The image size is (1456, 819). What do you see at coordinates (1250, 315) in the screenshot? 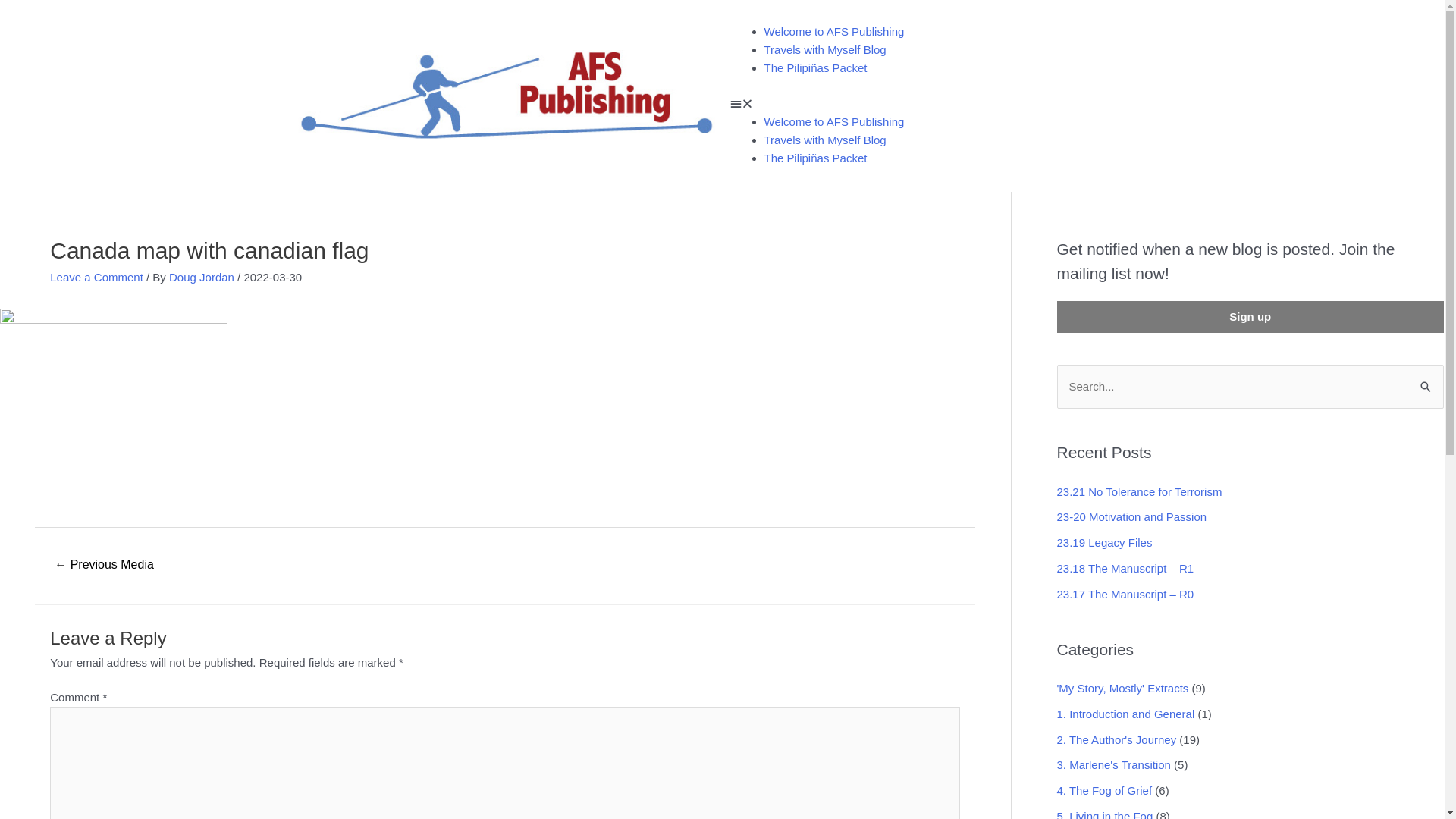
I see `'Sign up'` at bounding box center [1250, 315].